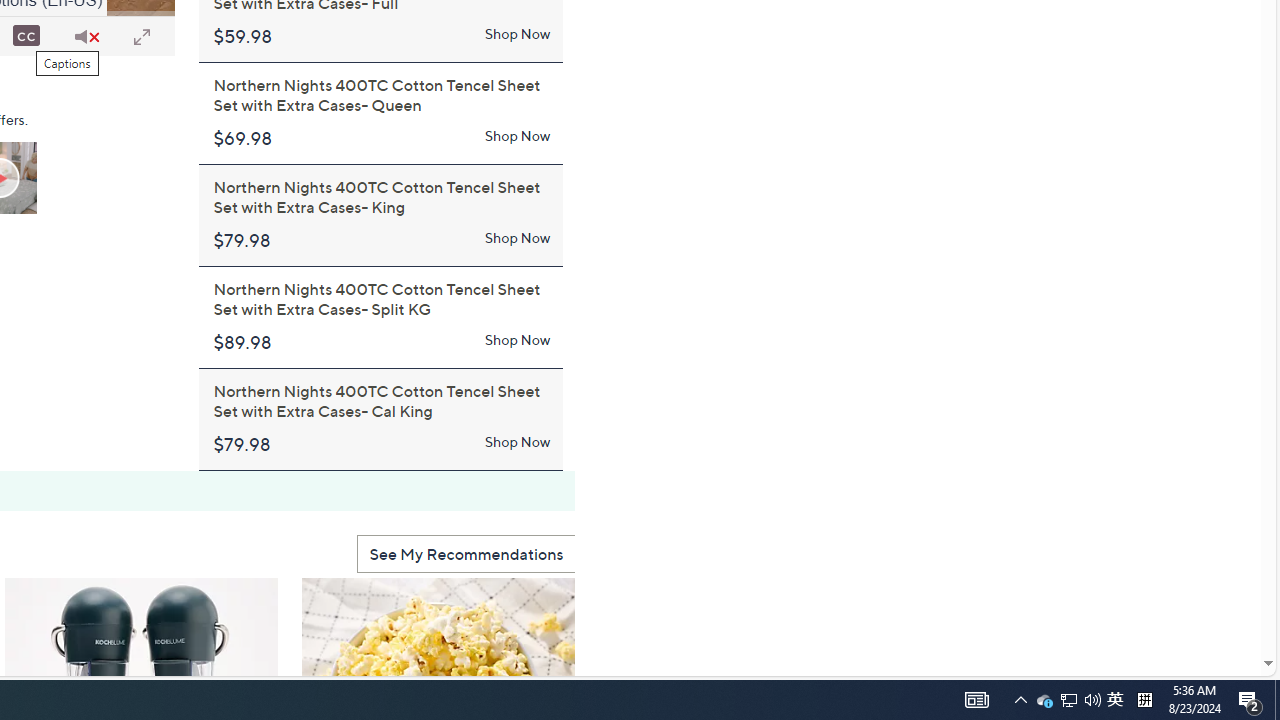 Image resolution: width=1280 pixels, height=720 pixels. Describe the element at coordinates (465, 553) in the screenshot. I see `'See My Recommendations'` at that location.